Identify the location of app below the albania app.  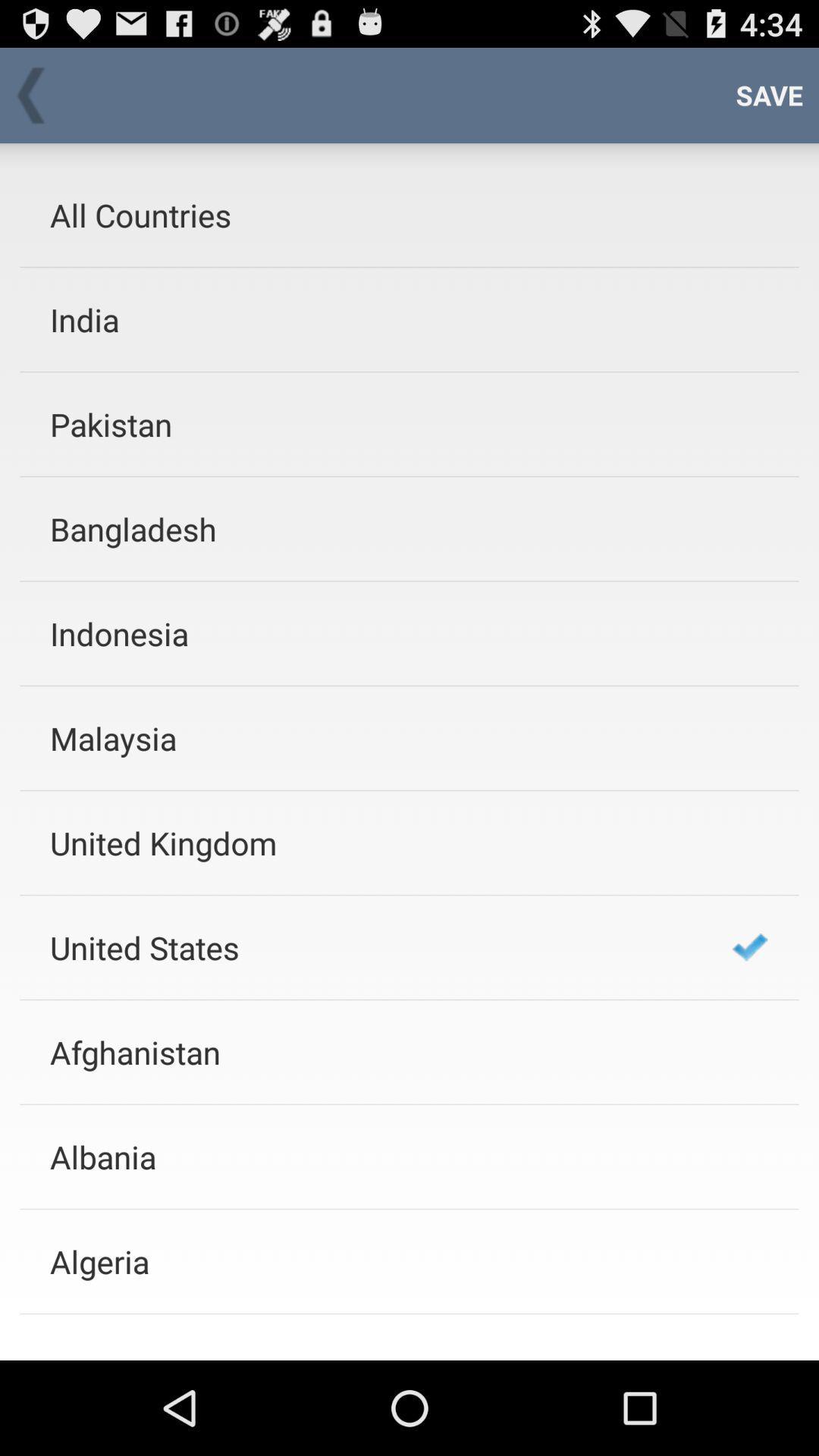
(371, 1261).